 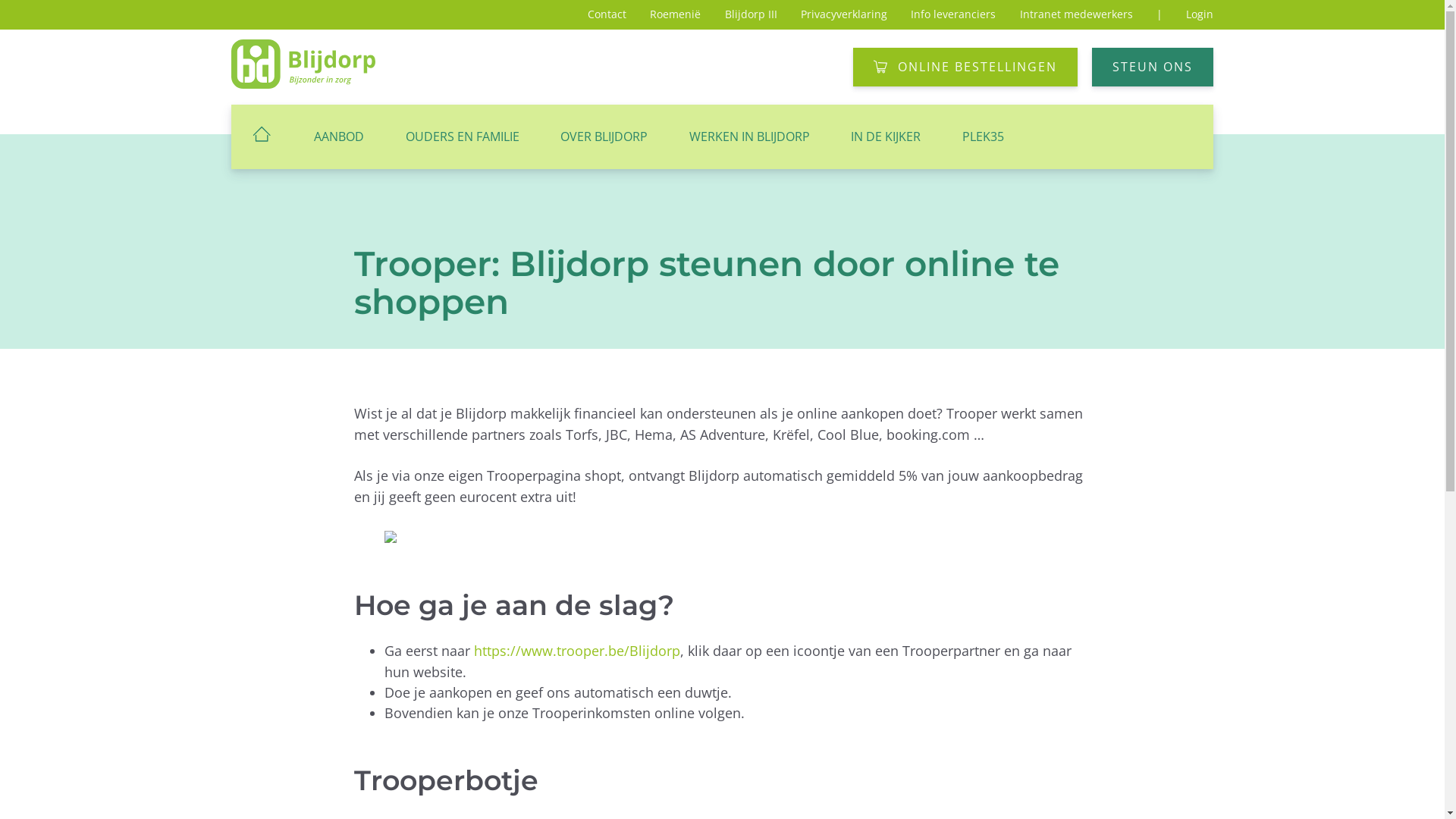 What do you see at coordinates (800, 14) in the screenshot?
I see `'Privacyverklaring'` at bounding box center [800, 14].